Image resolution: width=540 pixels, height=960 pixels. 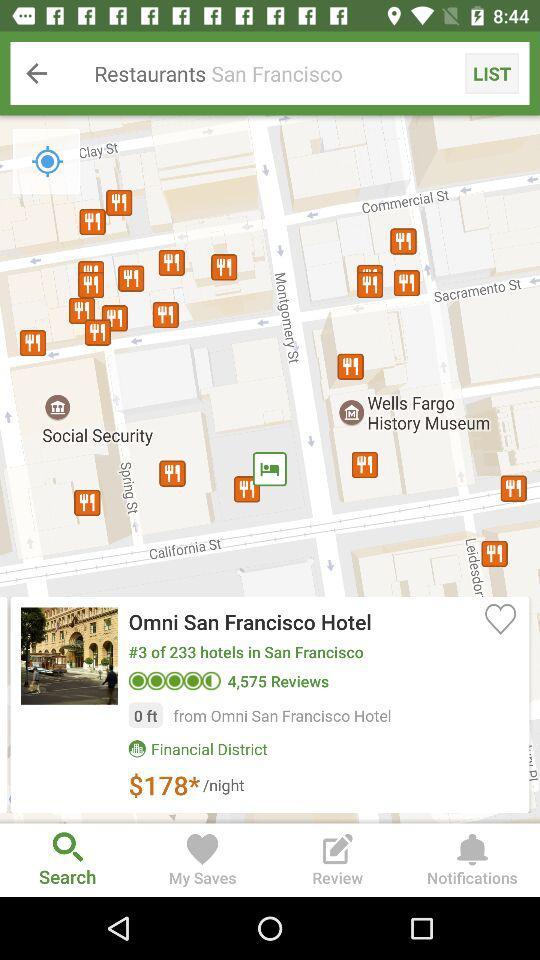 What do you see at coordinates (499, 617) in the screenshot?
I see `item below the restaurants san francisco icon` at bounding box center [499, 617].